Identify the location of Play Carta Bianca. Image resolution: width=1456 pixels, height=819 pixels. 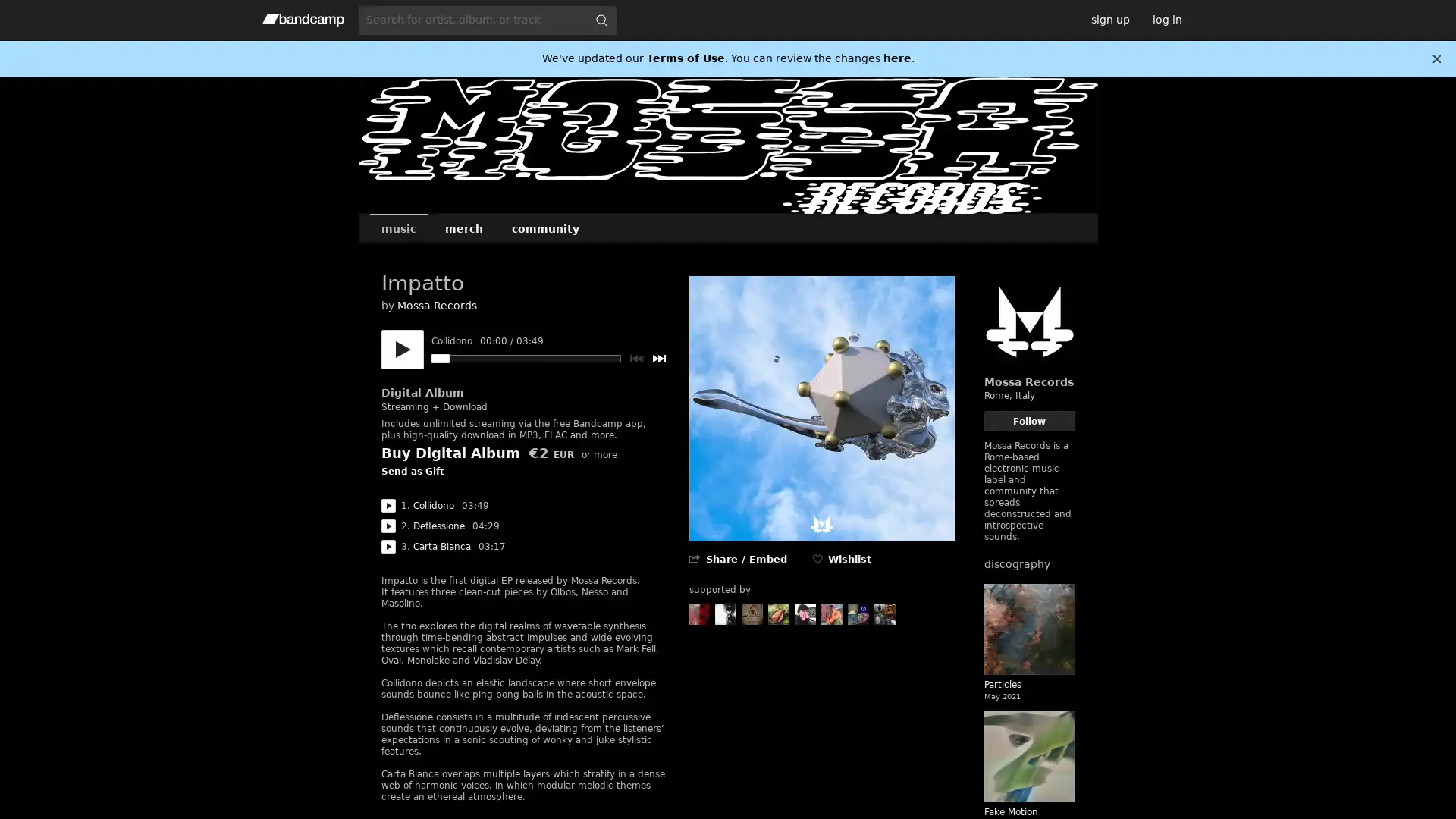
(388, 547).